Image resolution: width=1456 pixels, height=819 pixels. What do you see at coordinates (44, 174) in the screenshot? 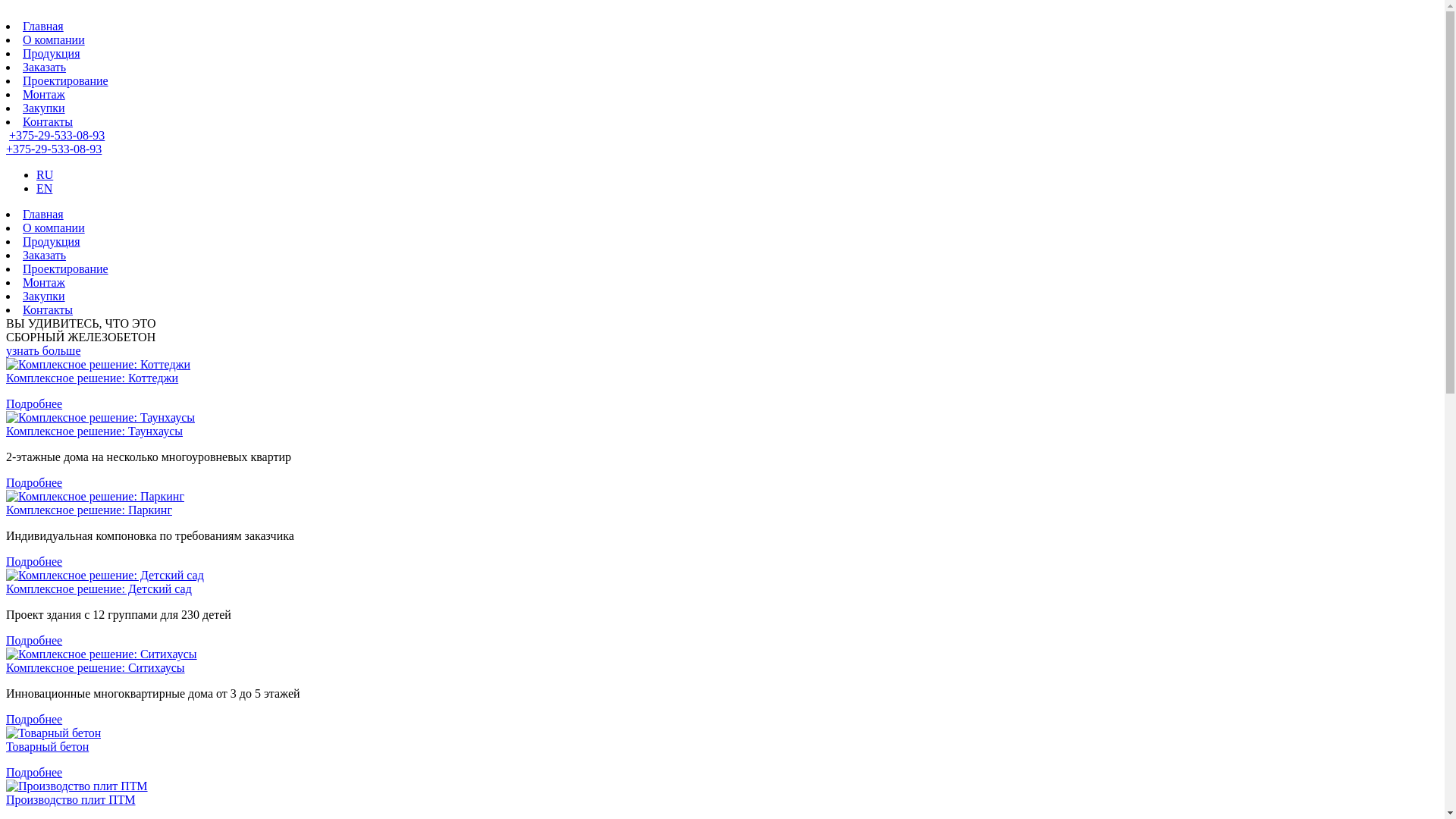
I see `'RU'` at bounding box center [44, 174].